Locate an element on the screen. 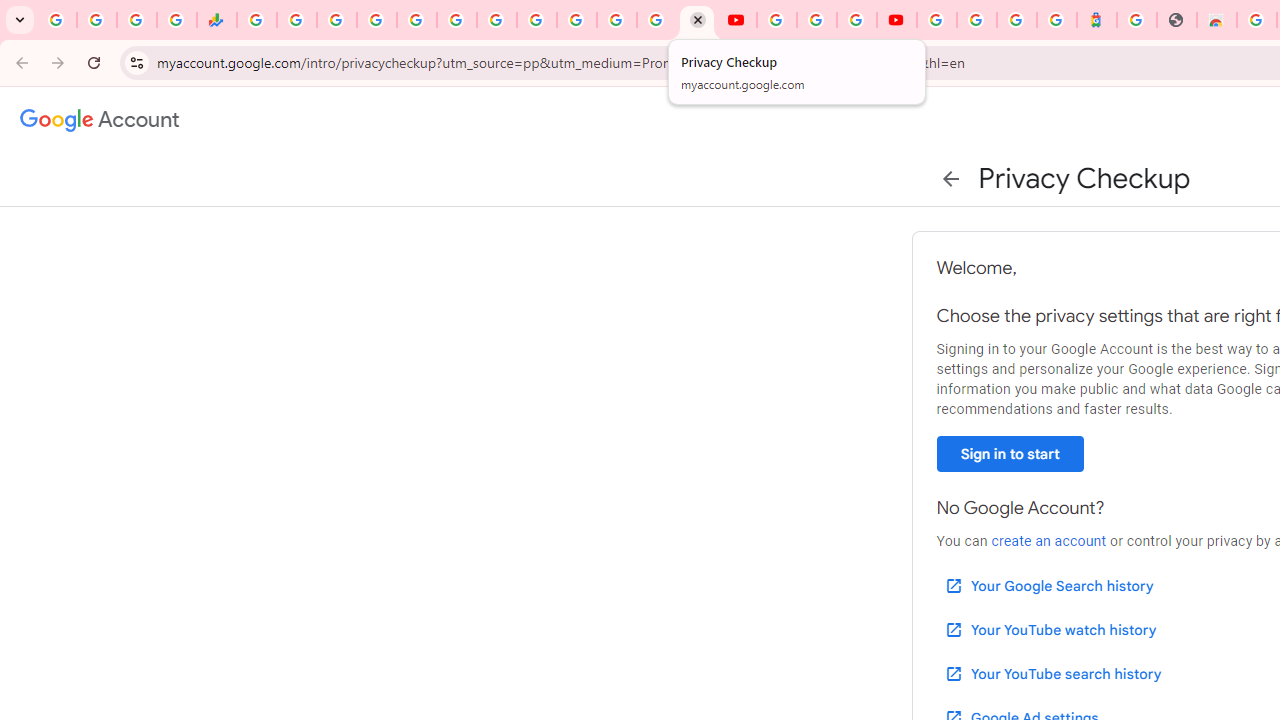 This screenshot has height=720, width=1280. 'Google Workspace Admin Community' is located at coordinates (56, 20).